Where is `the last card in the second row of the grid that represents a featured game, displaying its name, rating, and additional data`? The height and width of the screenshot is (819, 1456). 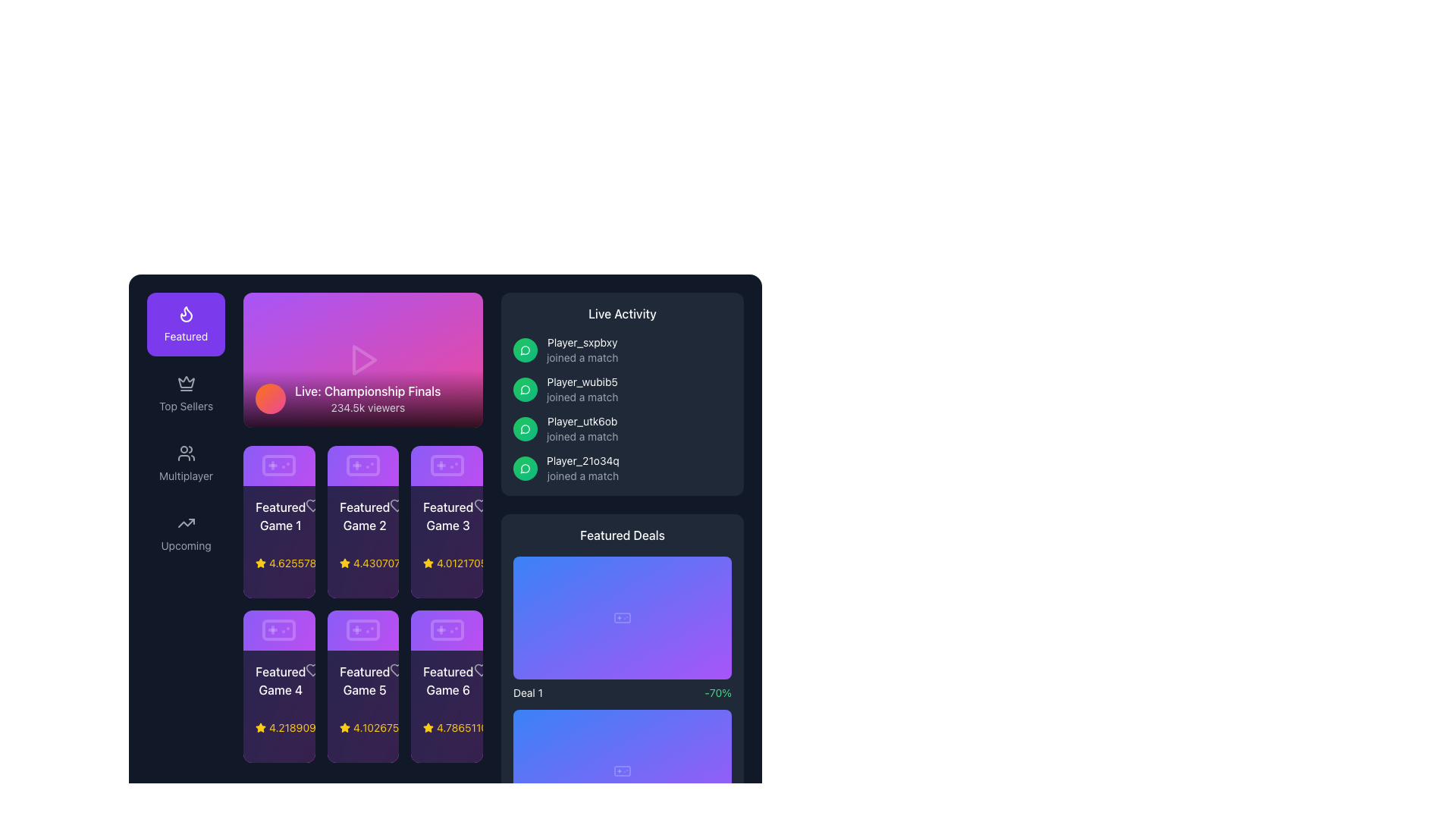
the last card in the second row of the grid that represents a featured game, displaying its name, rating, and additional data is located at coordinates (446, 686).